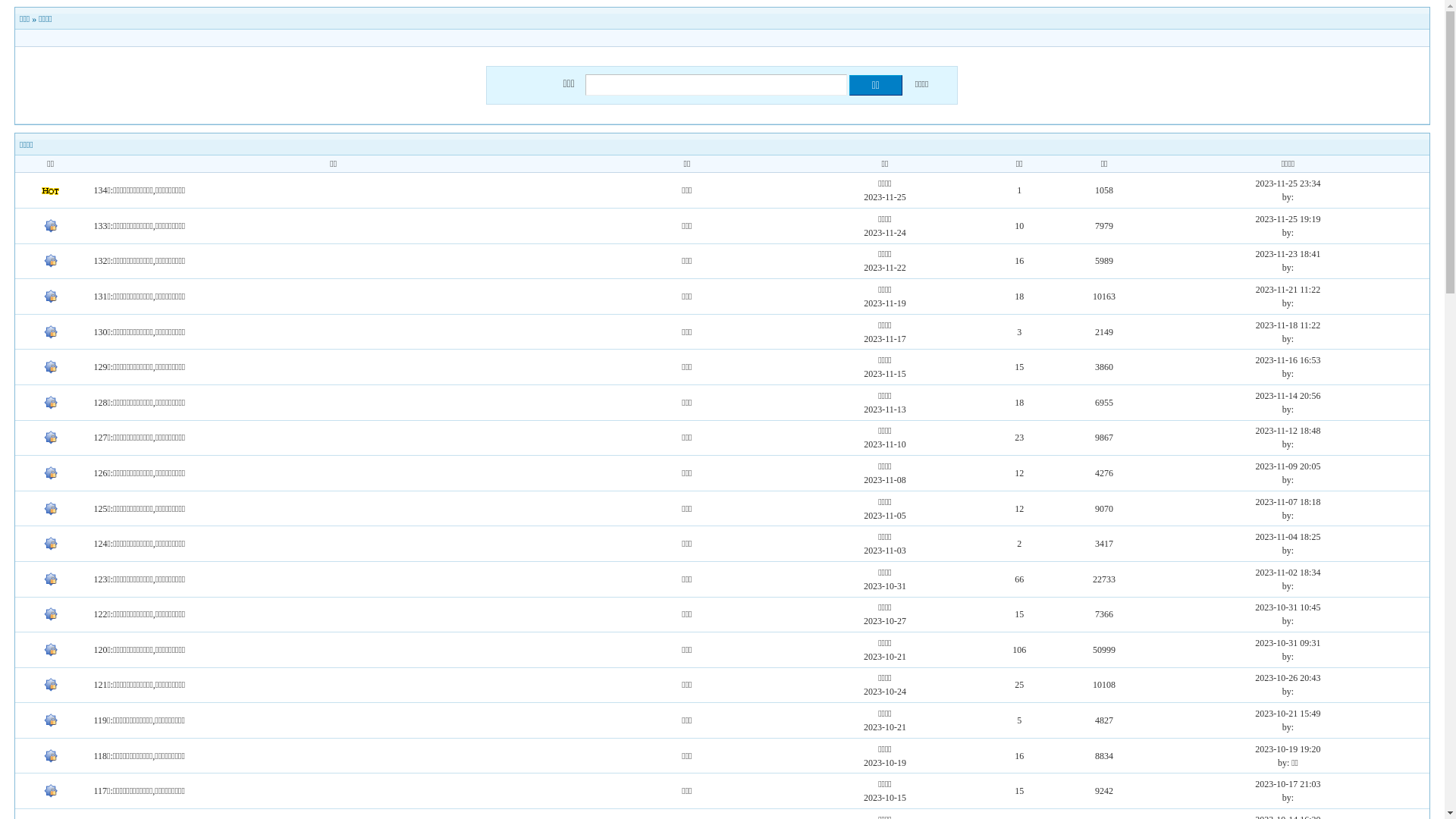 The width and height of the screenshot is (1456, 819). I want to click on '2023-11-09 20:05', so click(1288, 465).